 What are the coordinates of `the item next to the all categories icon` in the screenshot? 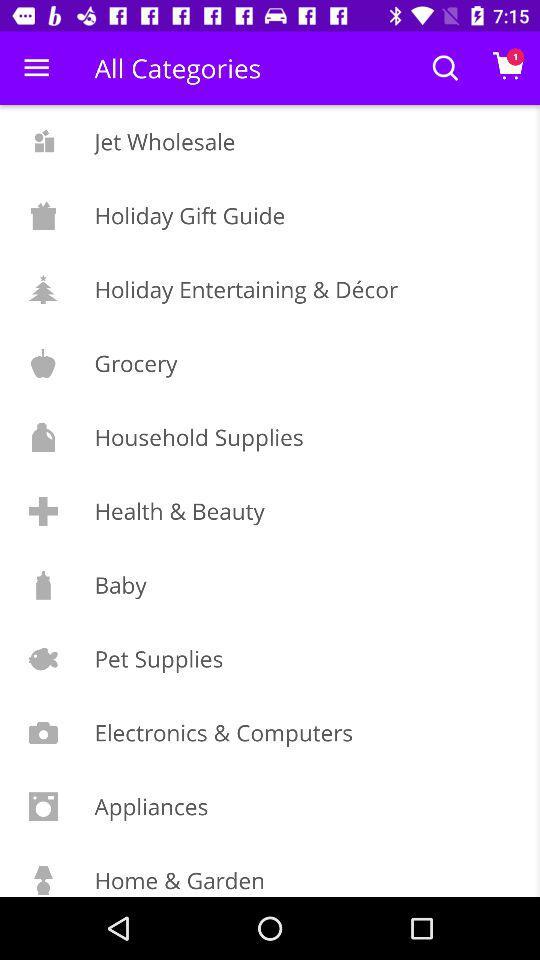 It's located at (36, 68).